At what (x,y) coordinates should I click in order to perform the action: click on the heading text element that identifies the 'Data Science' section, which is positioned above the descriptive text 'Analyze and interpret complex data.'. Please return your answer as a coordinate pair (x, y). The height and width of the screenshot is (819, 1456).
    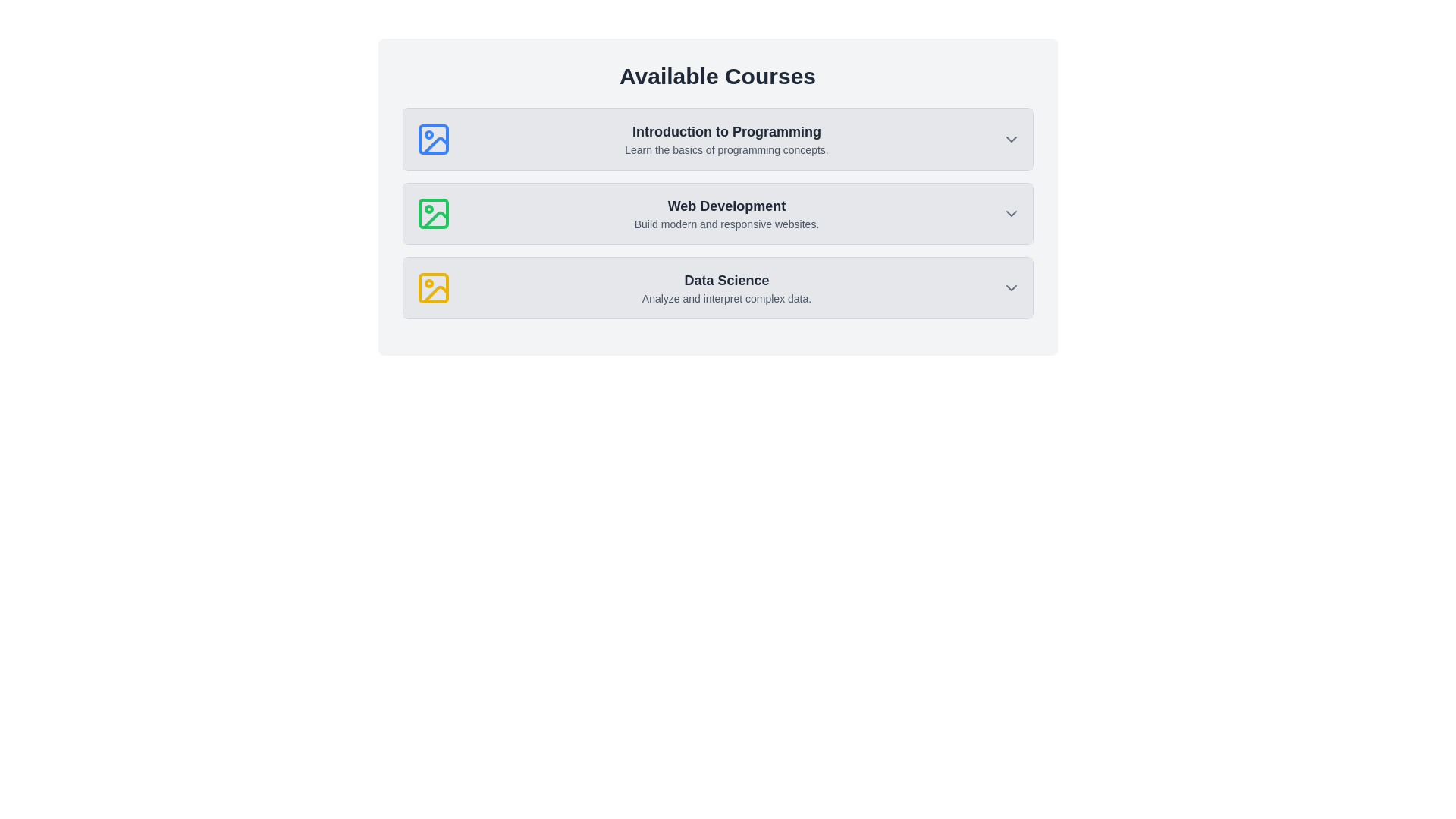
    Looking at the image, I should click on (726, 281).